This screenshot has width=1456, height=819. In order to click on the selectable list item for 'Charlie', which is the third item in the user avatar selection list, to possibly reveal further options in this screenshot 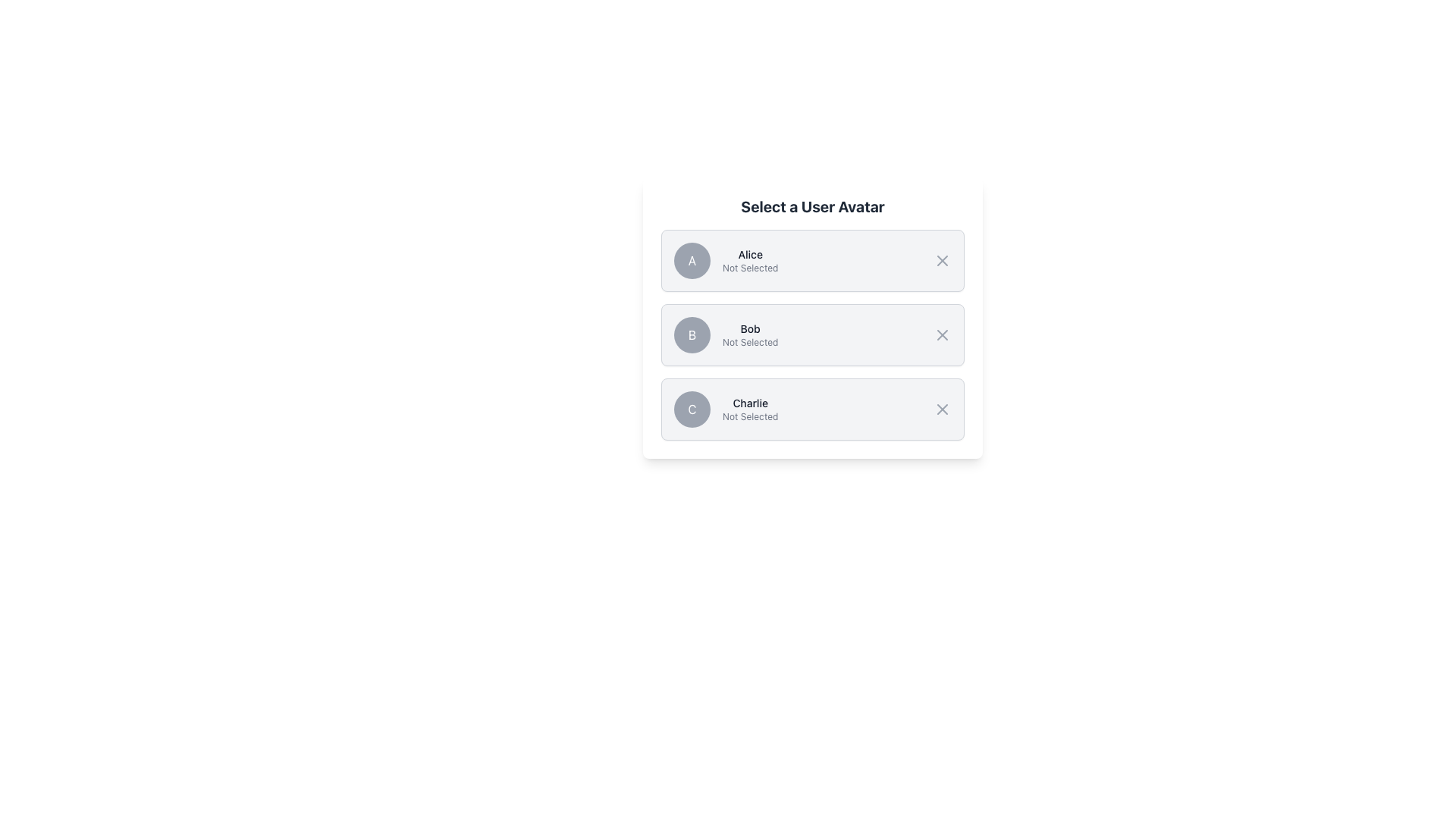, I will do `click(811, 409)`.